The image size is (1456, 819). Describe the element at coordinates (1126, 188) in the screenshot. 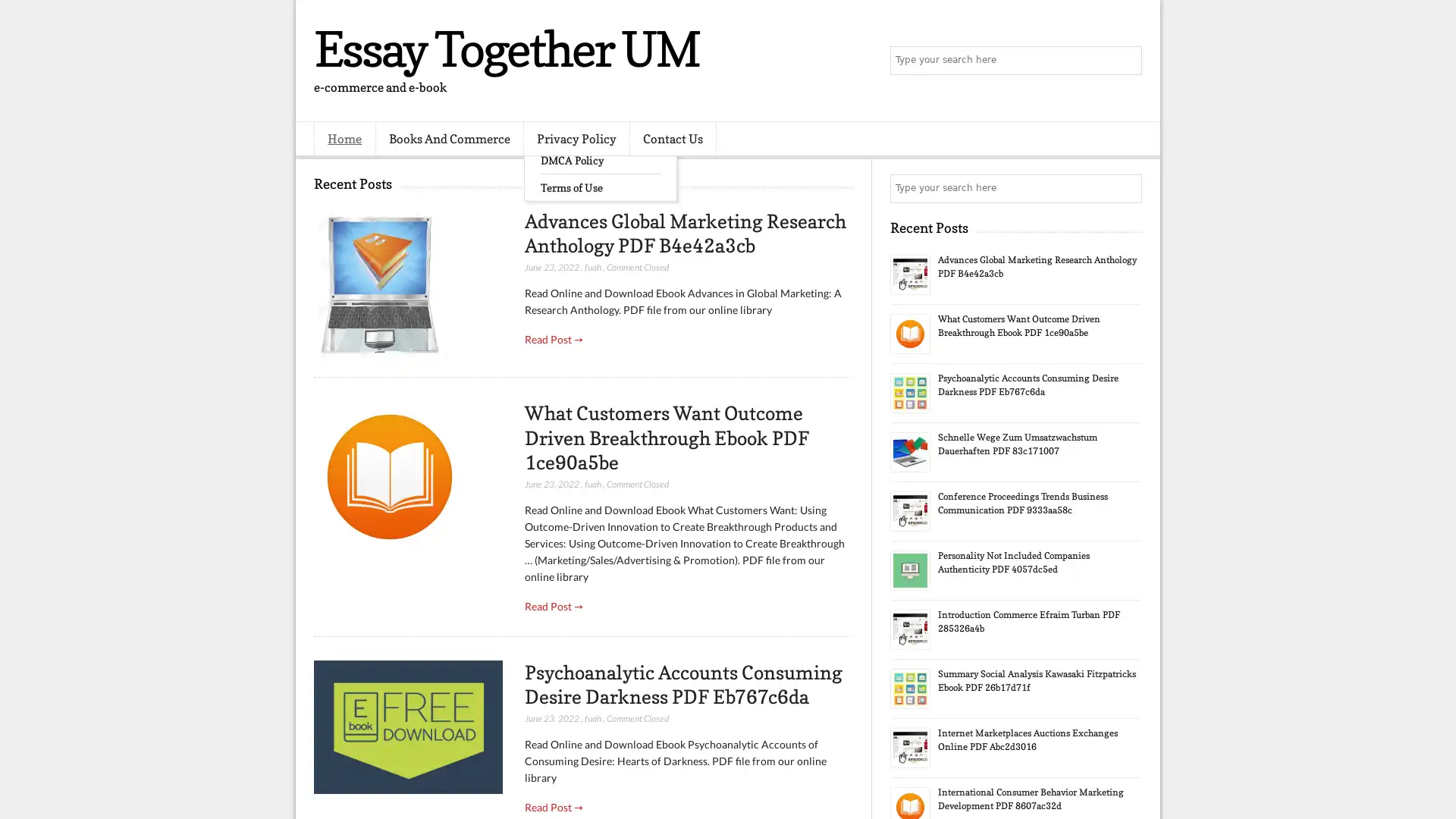

I see `Search` at that location.